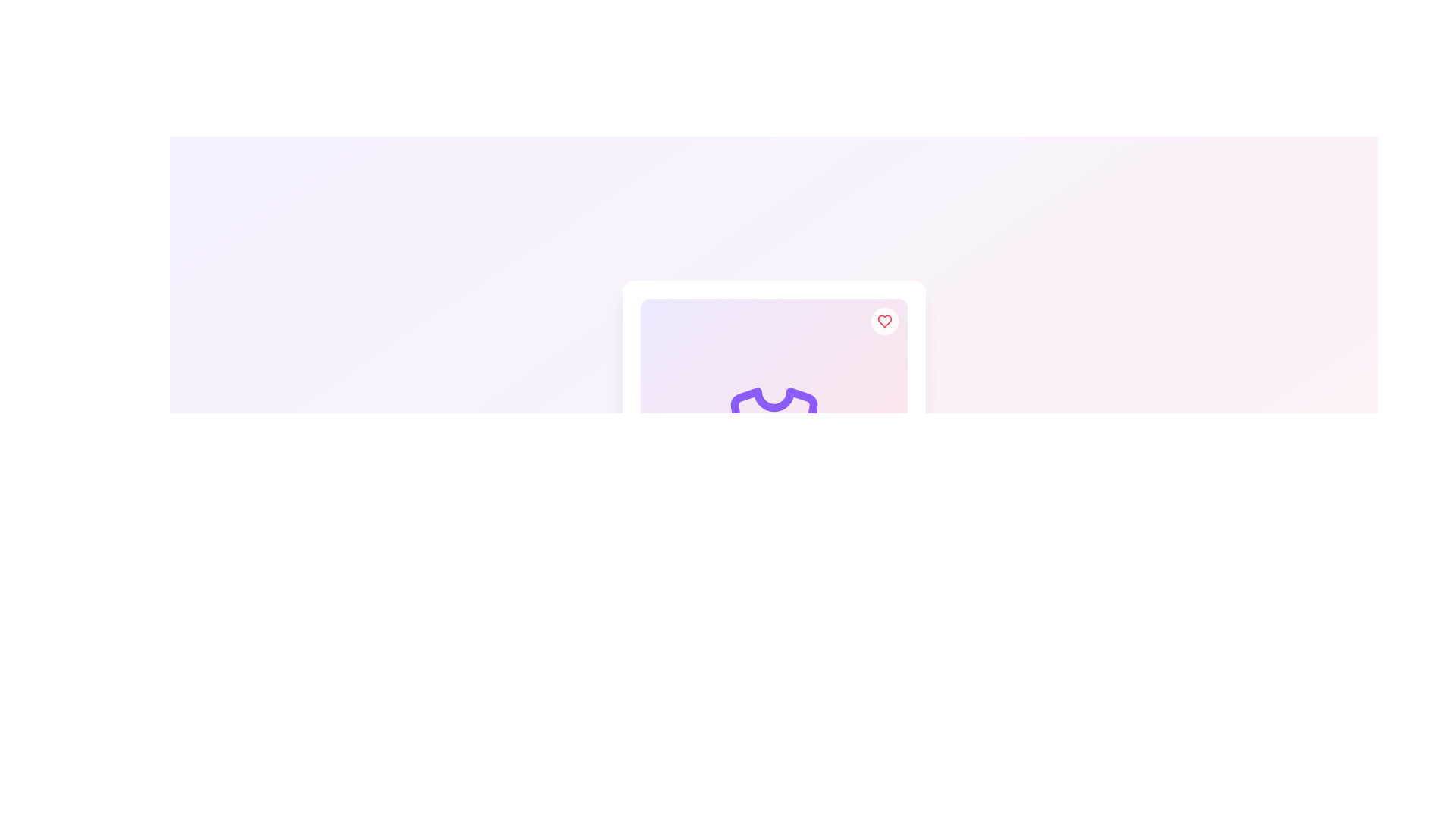 Image resolution: width=1456 pixels, height=819 pixels. Describe the element at coordinates (884, 321) in the screenshot. I see `the red heart-shaped icon` at that location.